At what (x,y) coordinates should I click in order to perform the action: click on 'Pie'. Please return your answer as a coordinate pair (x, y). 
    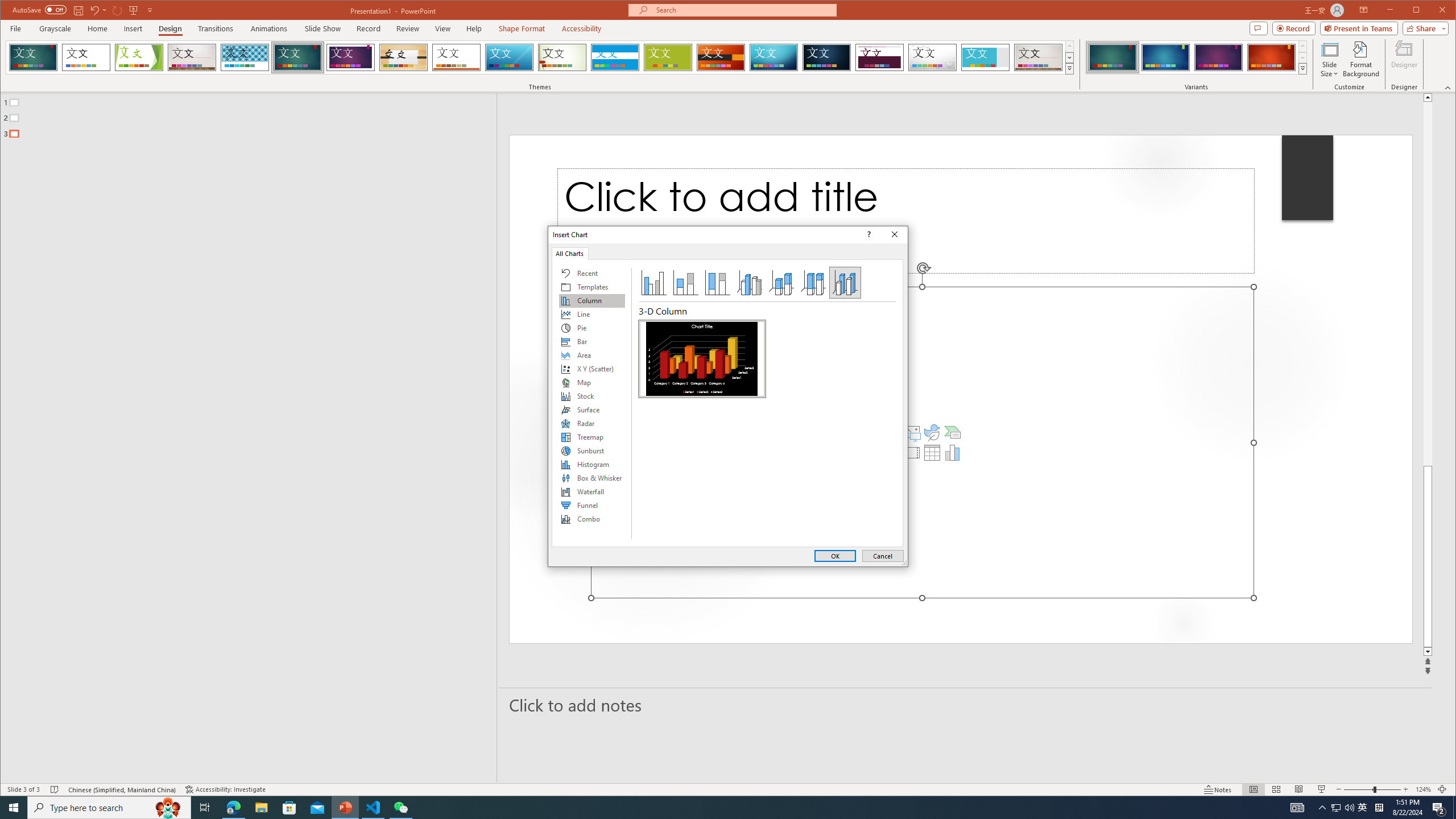
    Looking at the image, I should click on (591, 327).